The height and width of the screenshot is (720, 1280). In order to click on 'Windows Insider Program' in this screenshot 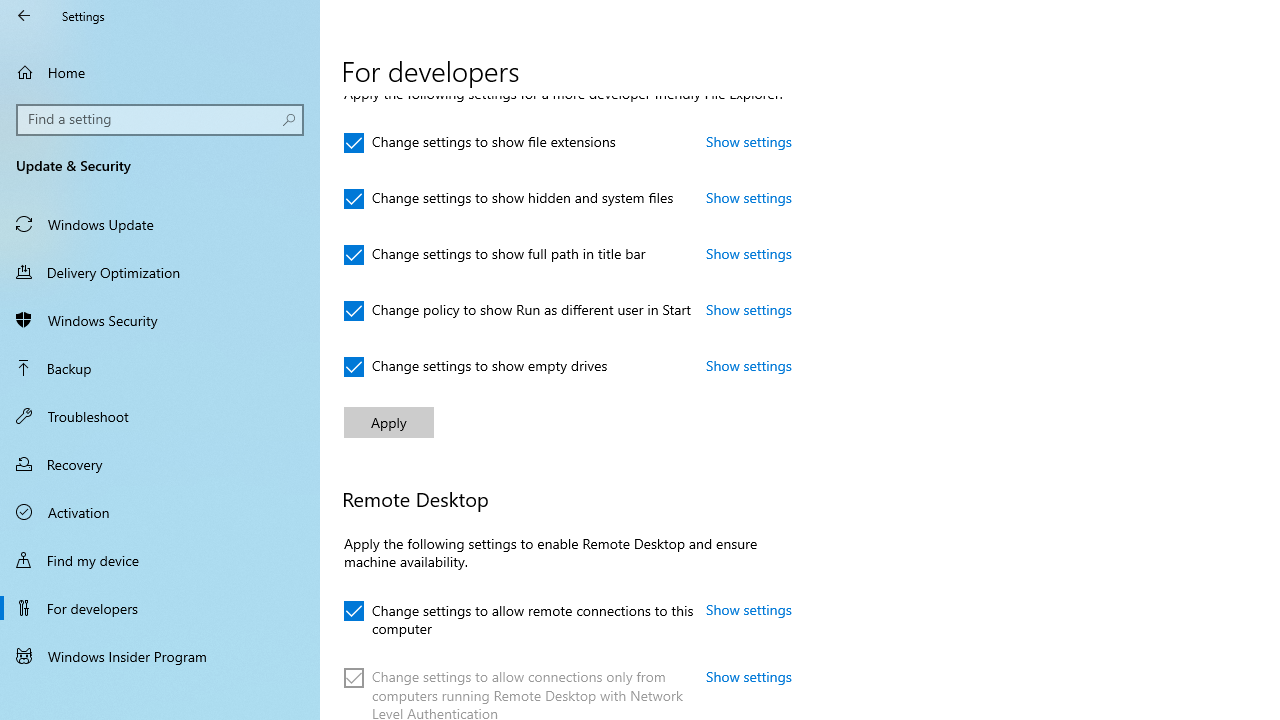, I will do `click(160, 655)`.